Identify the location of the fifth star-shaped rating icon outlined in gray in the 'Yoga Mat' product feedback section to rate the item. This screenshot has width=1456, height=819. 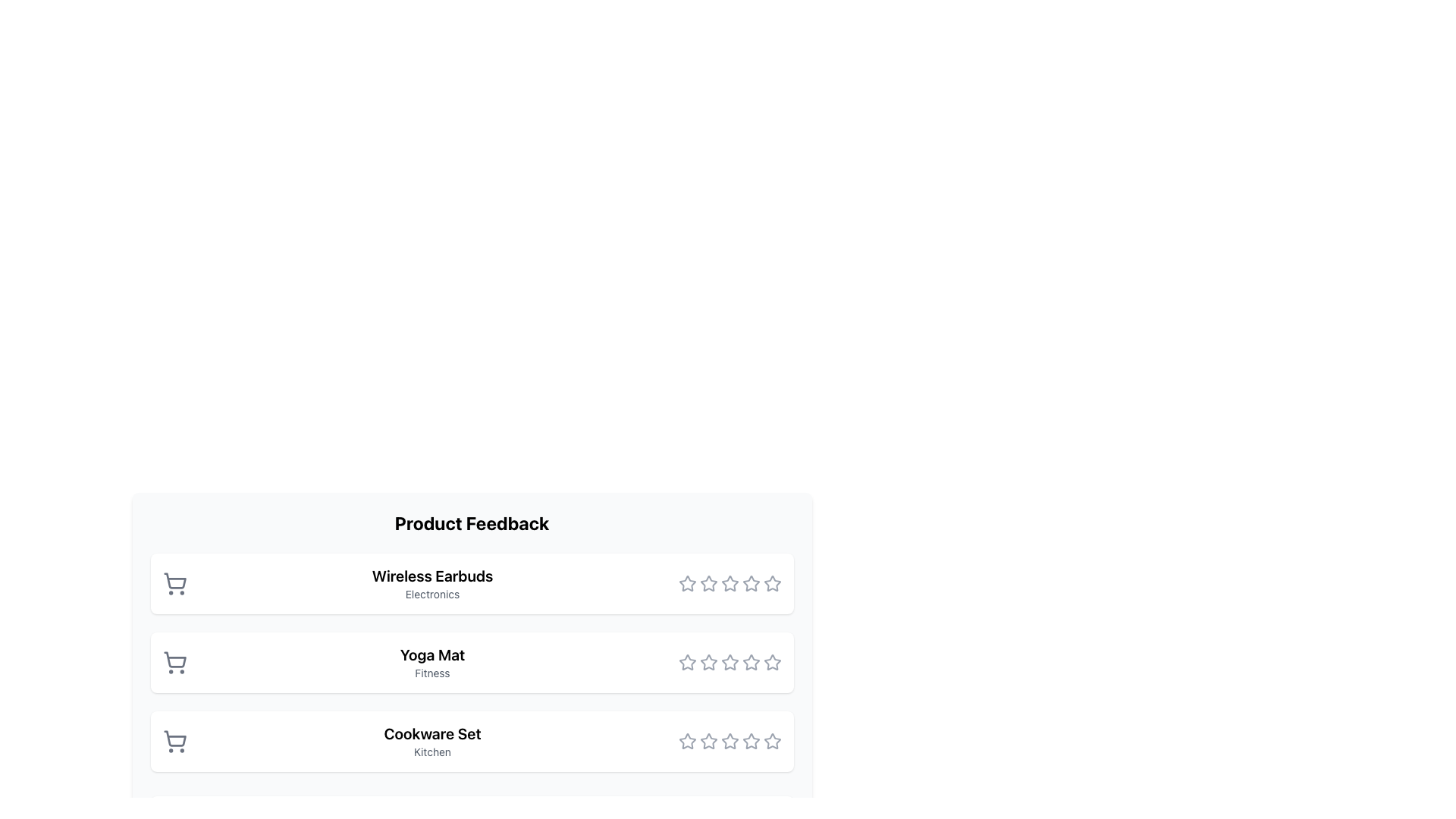
(751, 662).